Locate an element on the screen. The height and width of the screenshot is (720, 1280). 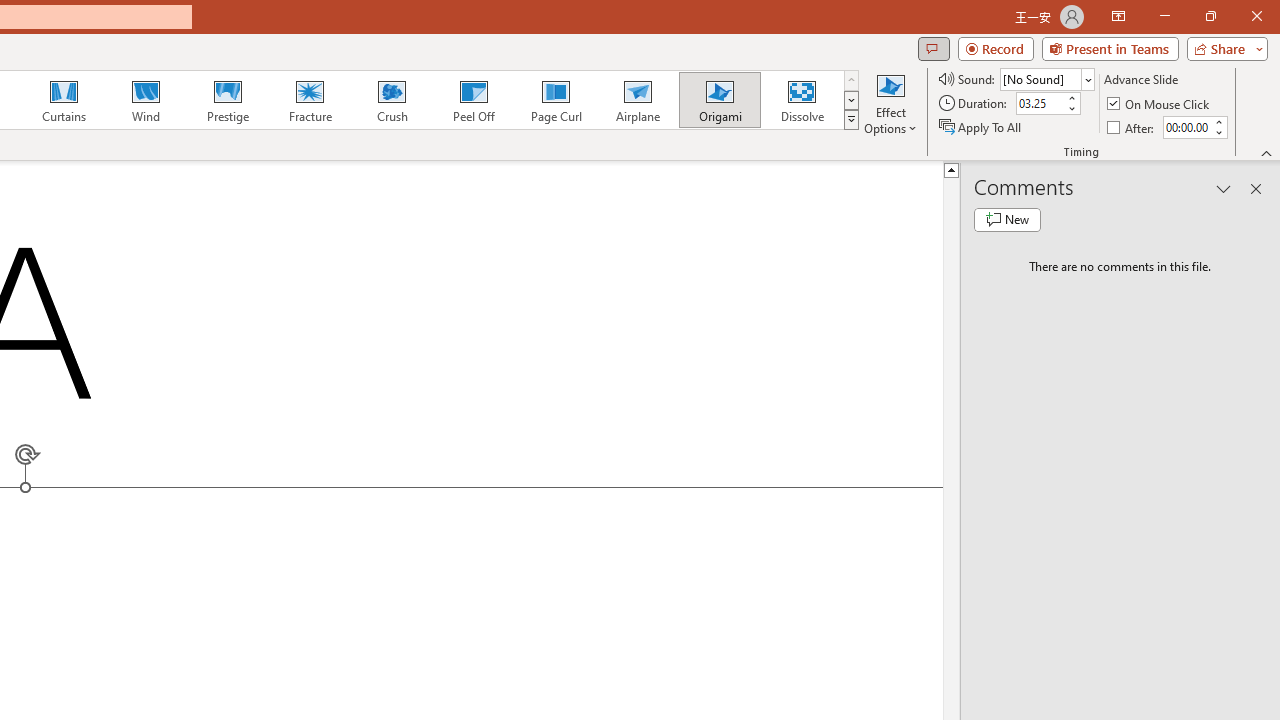
'Fracture' is located at coordinates (308, 100).